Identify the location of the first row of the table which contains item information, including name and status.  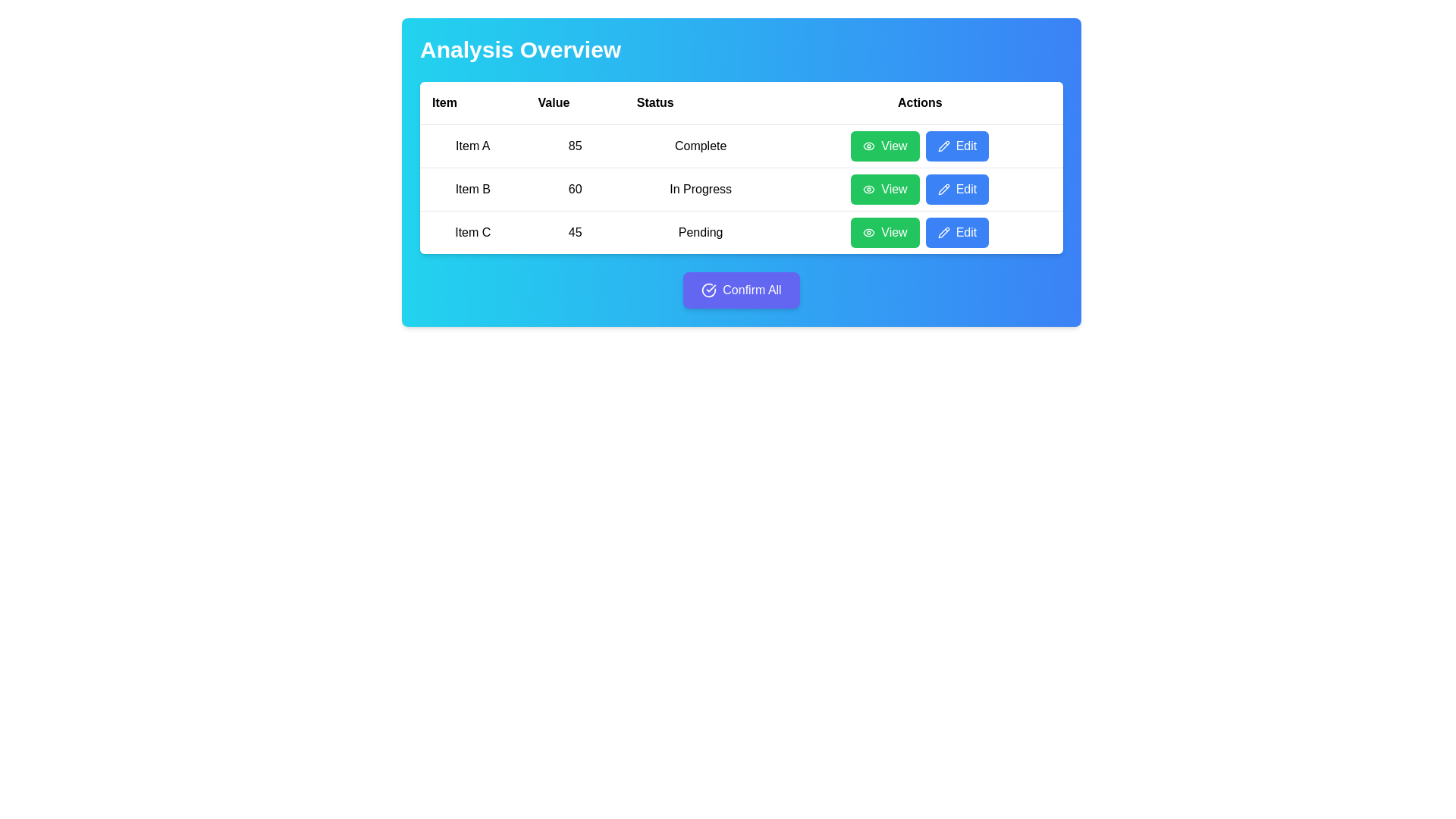
(742, 146).